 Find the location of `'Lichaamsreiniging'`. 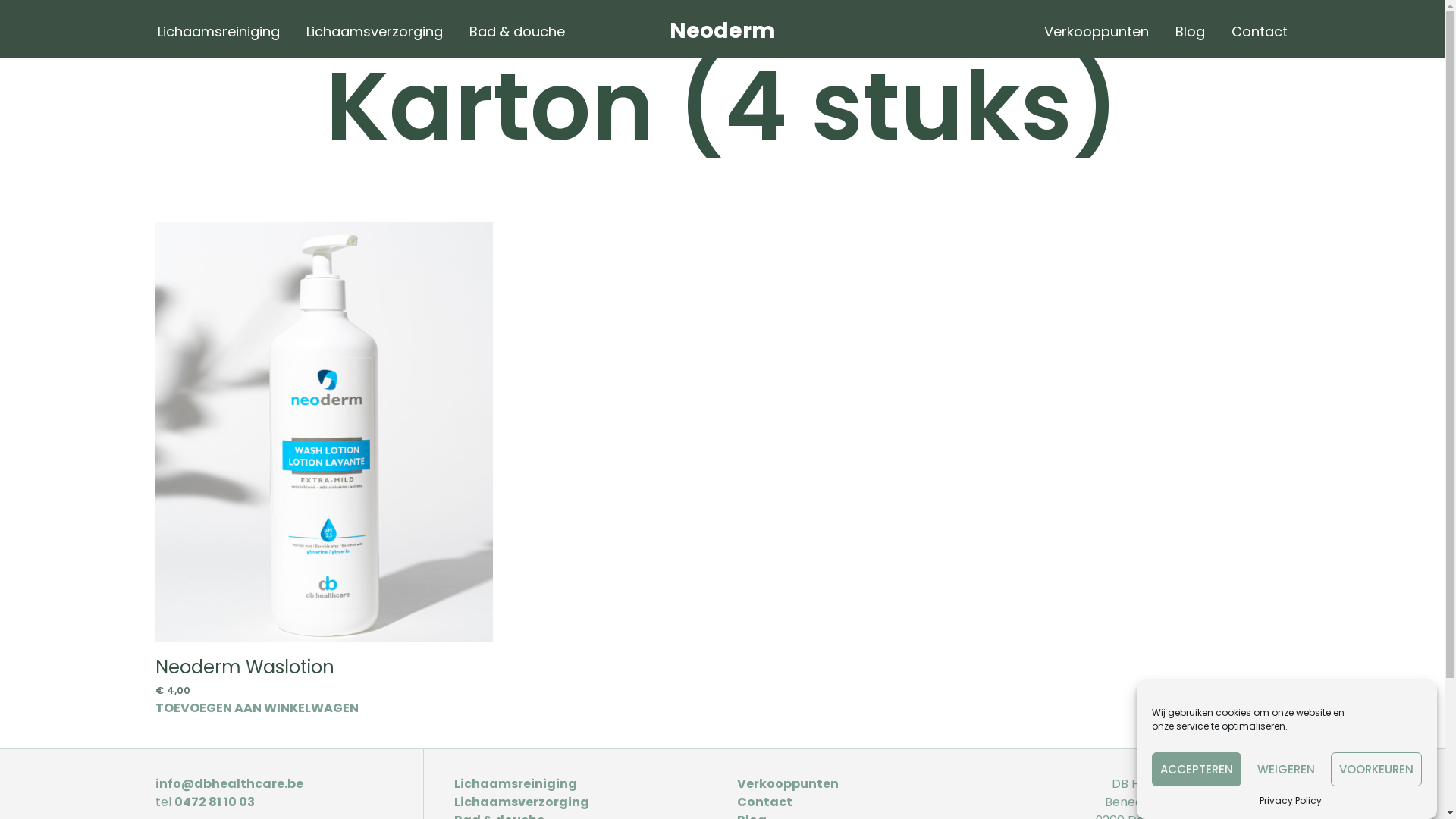

'Lichaamsreiniging' is located at coordinates (516, 783).